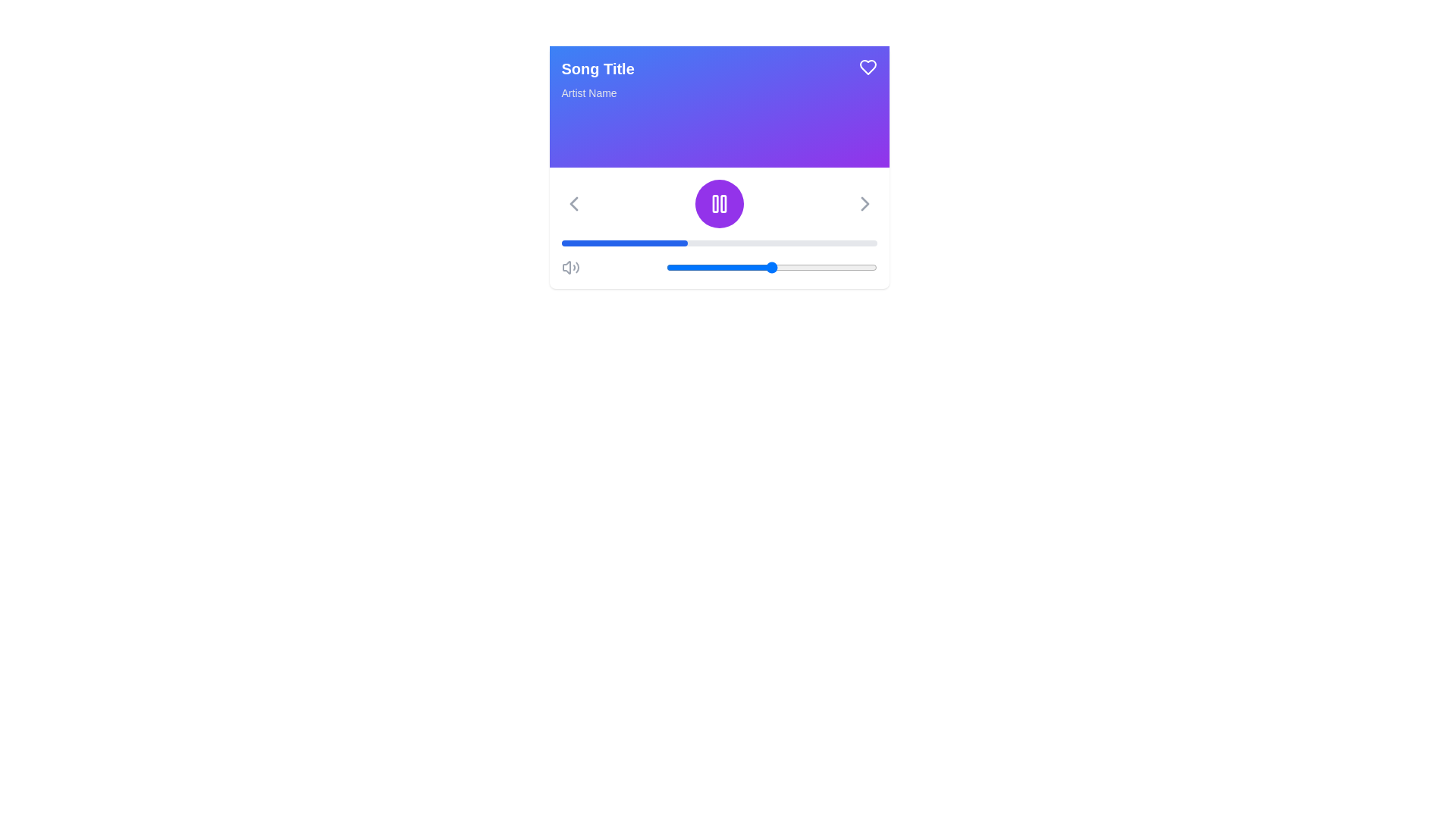  I want to click on the slider value, so click(693, 267).